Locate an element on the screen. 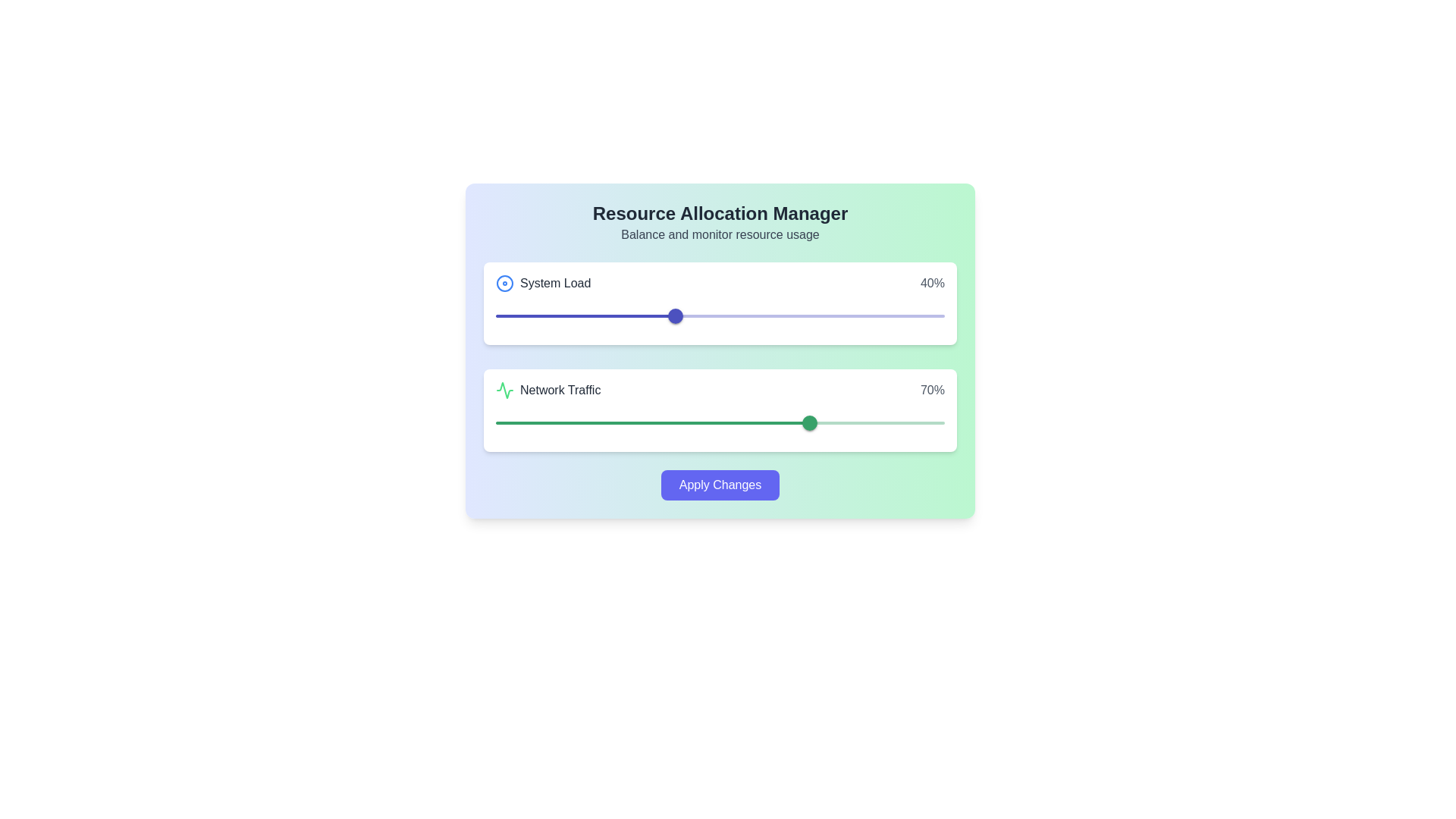 This screenshot has width=1456, height=819. the slider value is located at coordinates (823, 423).